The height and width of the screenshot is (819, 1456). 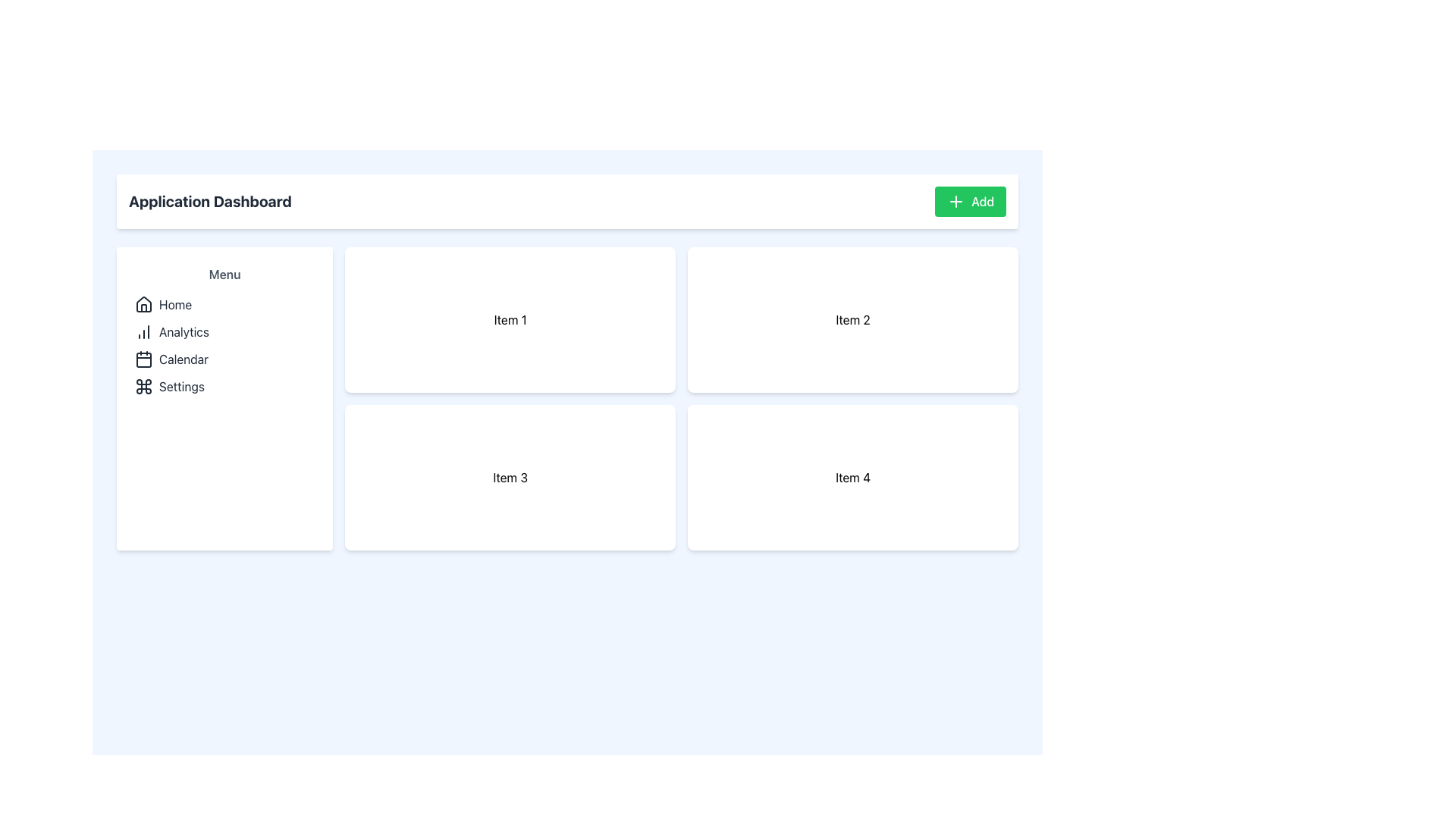 What do you see at coordinates (144, 385) in the screenshot?
I see `the decorative 'Settings' icon located in the sidebar menu, specifically as the fourth item below the 'Calendar' icon` at bounding box center [144, 385].